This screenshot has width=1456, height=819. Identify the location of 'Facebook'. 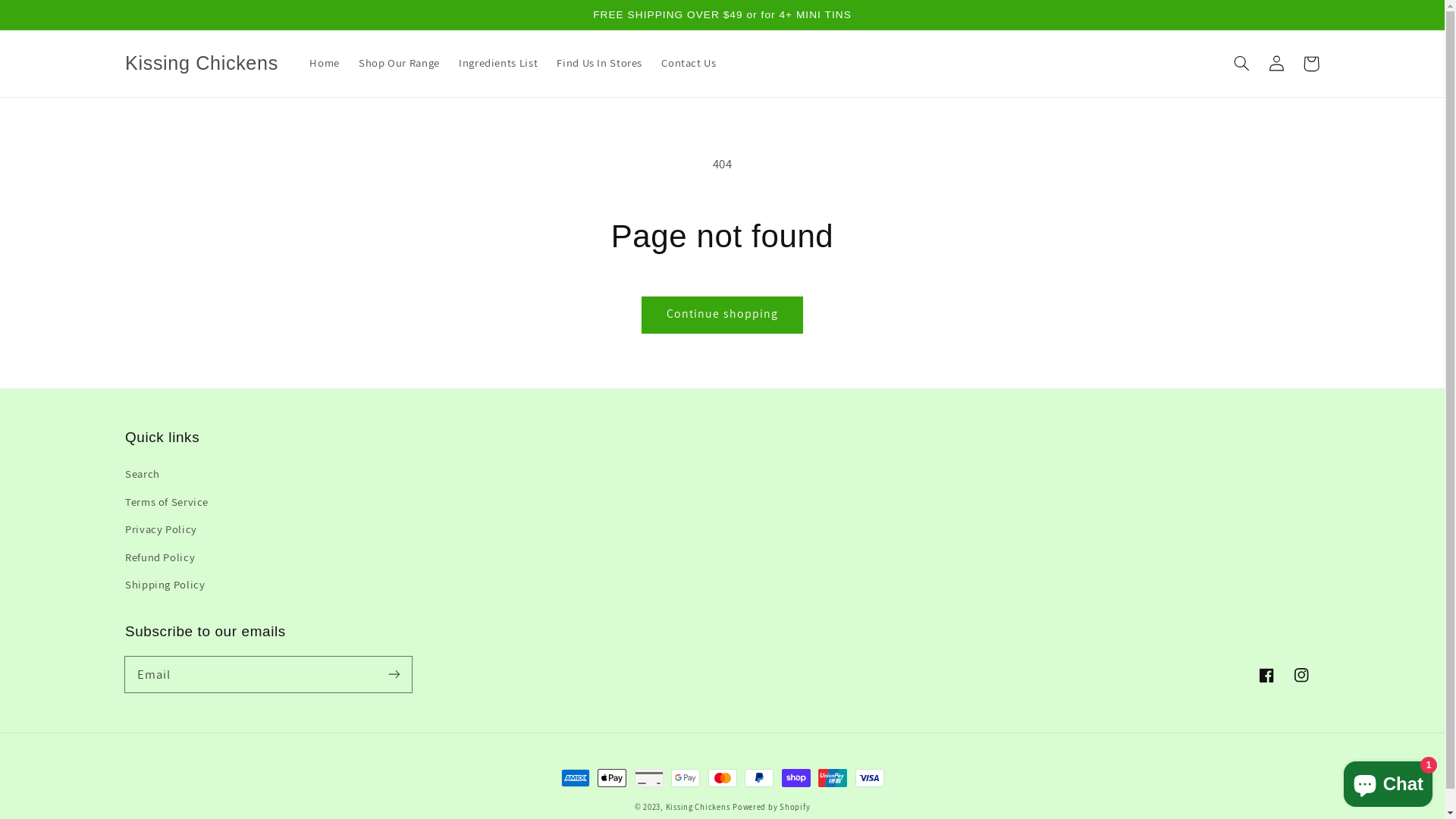
(1249, 674).